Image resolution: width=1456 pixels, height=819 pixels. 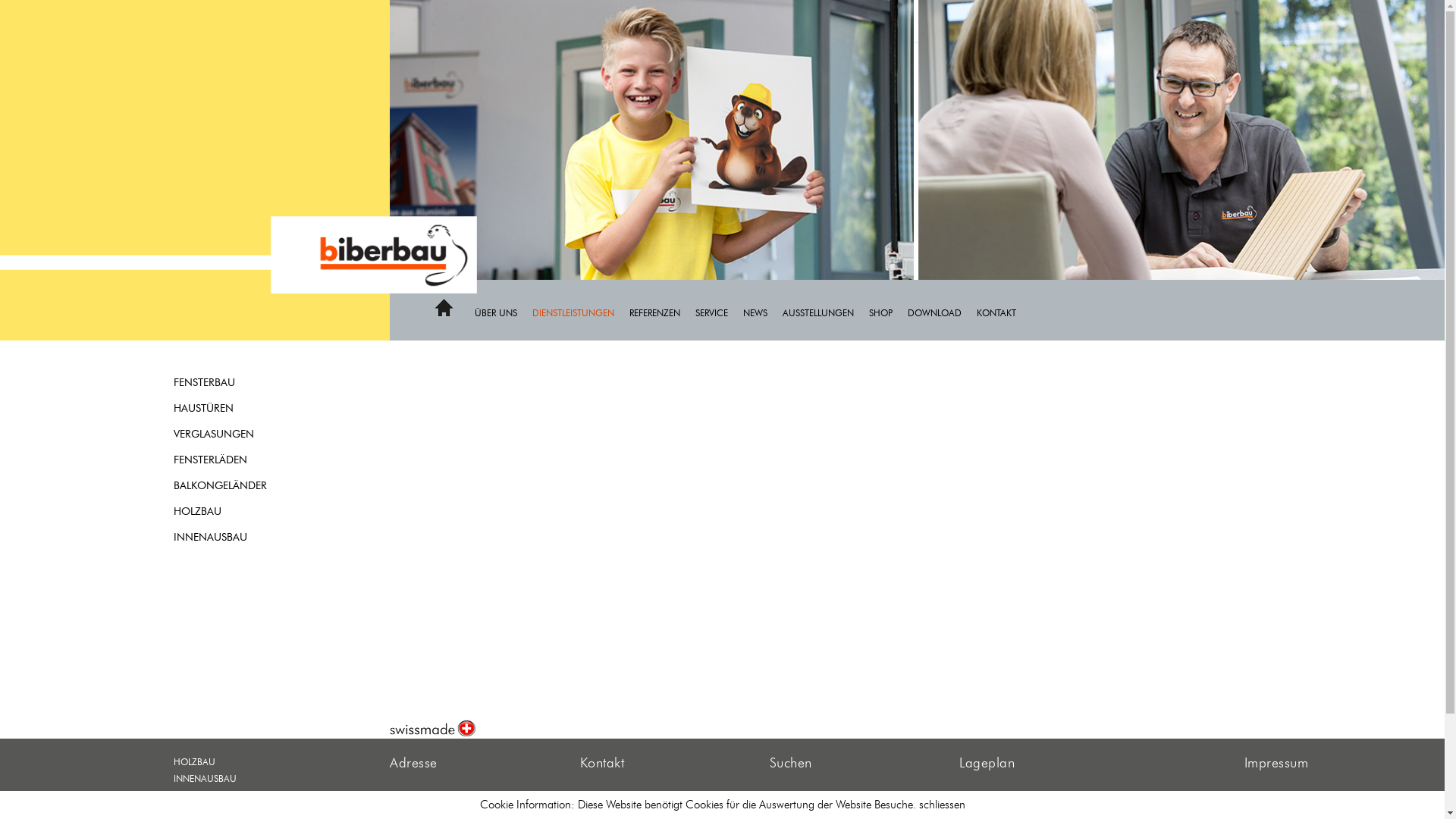 What do you see at coordinates (174, 435) in the screenshot?
I see `'VERGLASUNGEN'` at bounding box center [174, 435].